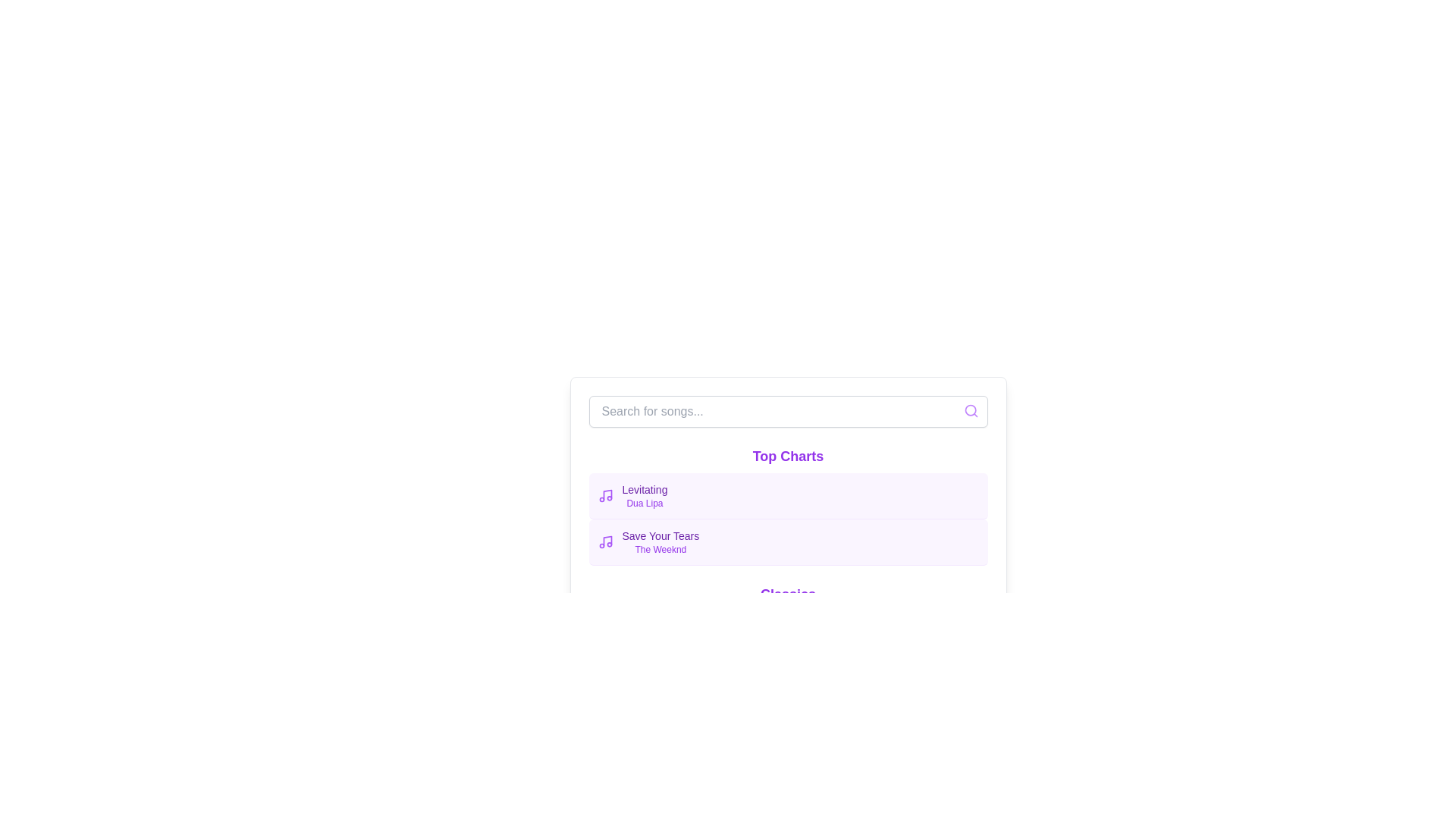  What do you see at coordinates (971, 411) in the screenshot?
I see `the search icon styled as a magnifying glass with a purple outline, located inside the text input field aligned to its right edge` at bounding box center [971, 411].